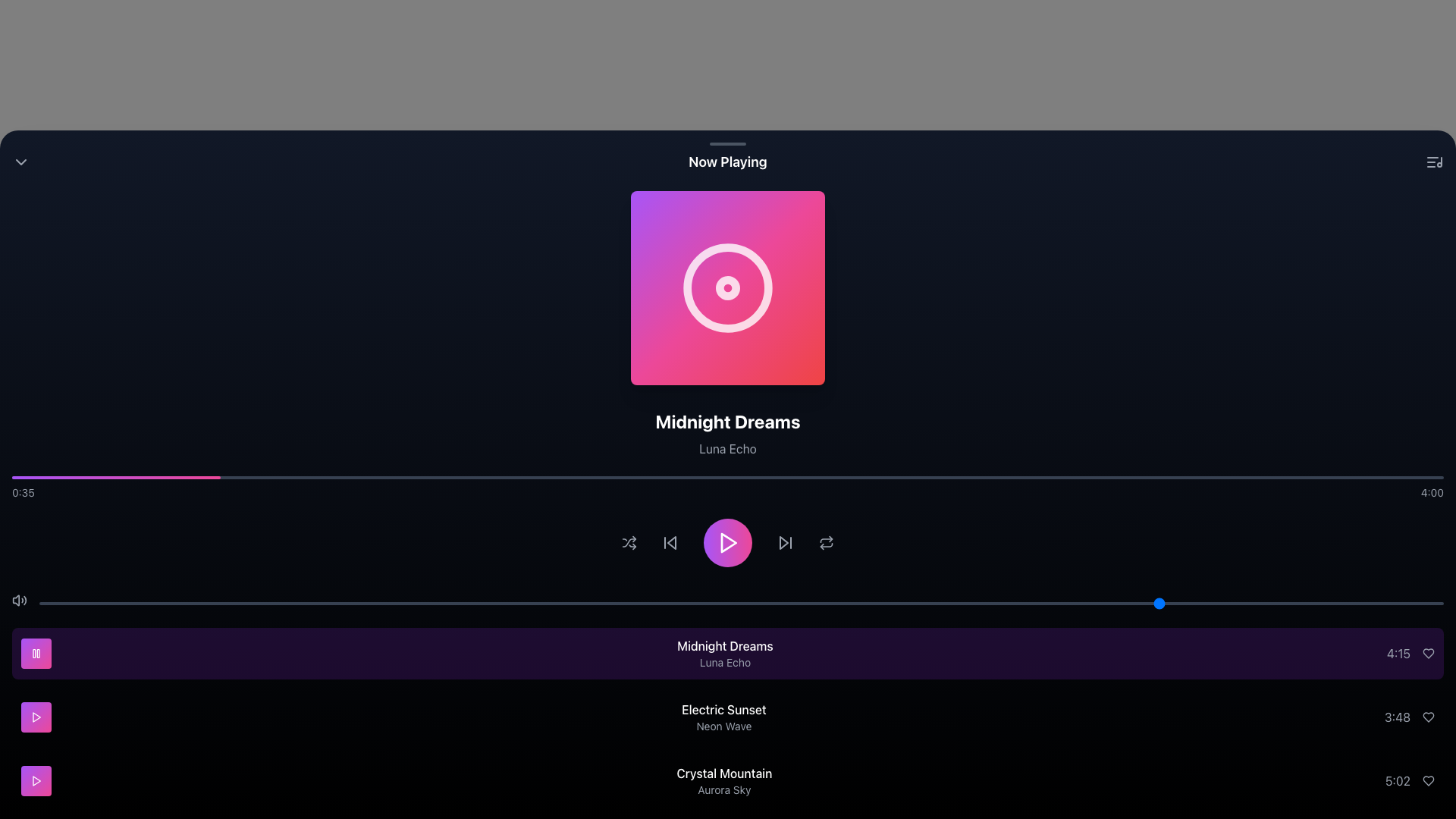  I want to click on the play icon, which is a triangular shape inside a rounded square button with a purple to pink gradient, so click(36, 780).